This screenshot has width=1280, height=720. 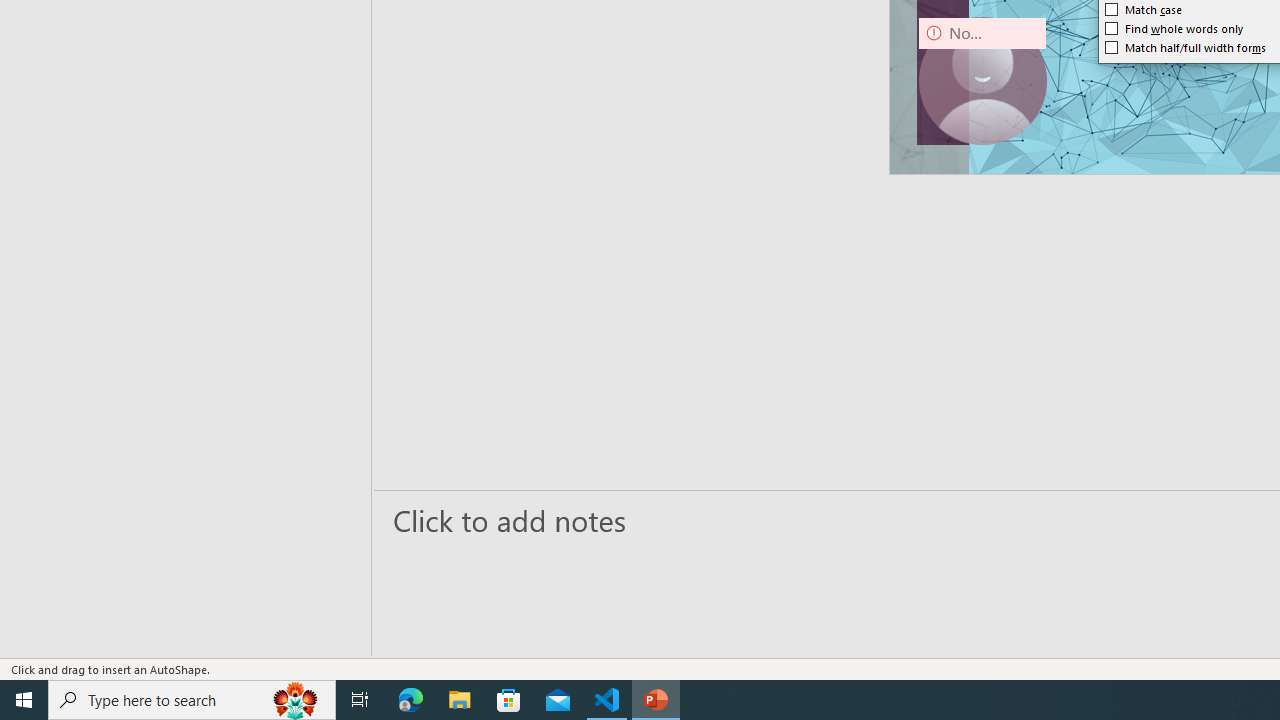 I want to click on 'File Explorer', so click(x=459, y=698).